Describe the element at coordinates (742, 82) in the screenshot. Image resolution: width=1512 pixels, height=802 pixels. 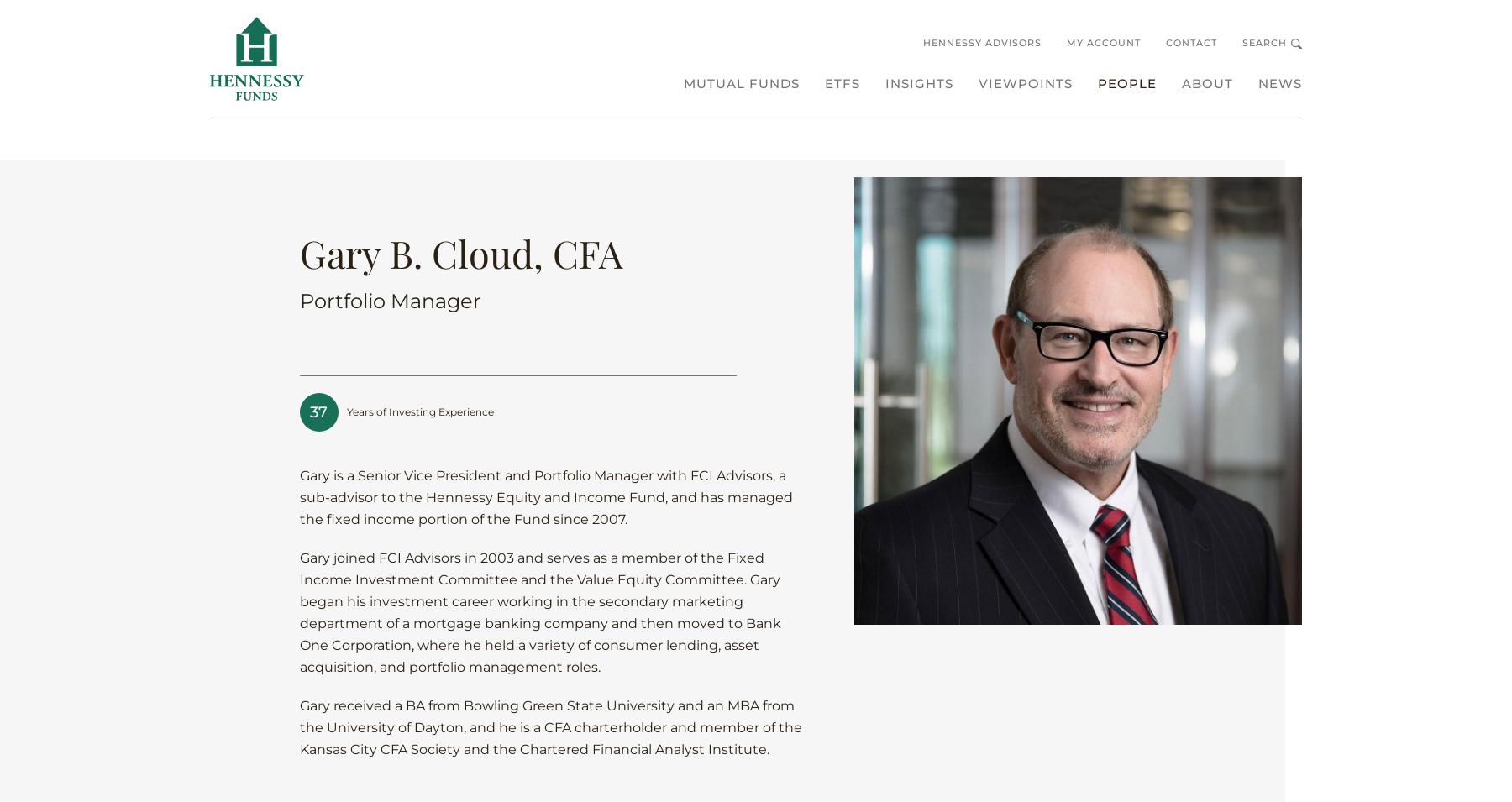
I see `'Mutual Funds'` at that location.